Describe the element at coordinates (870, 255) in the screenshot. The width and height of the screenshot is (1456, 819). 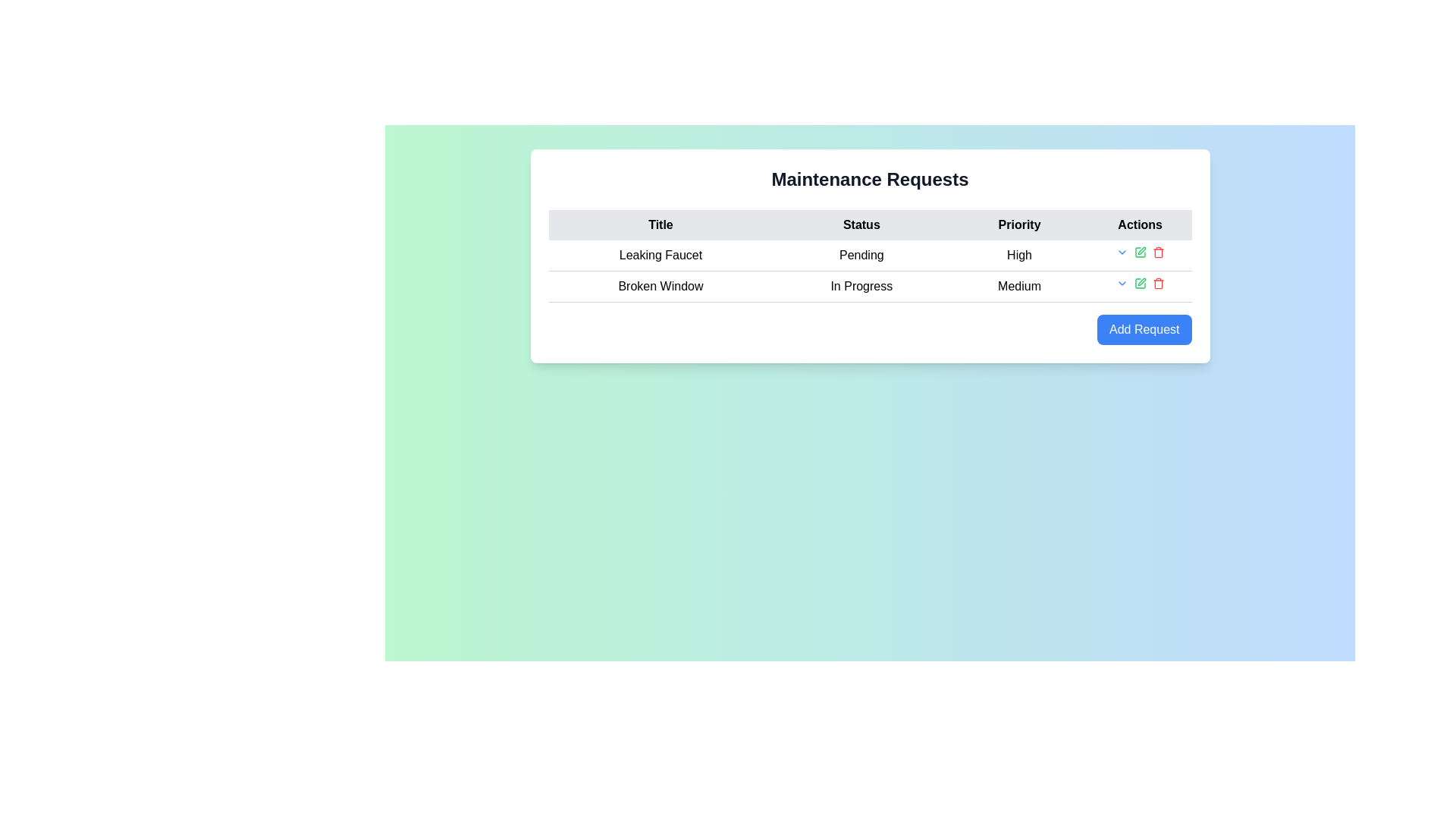
I see `the TextElement displaying the status of the maintenance request in the second column of the first row under the 'Maintenance Requests' header` at that location.